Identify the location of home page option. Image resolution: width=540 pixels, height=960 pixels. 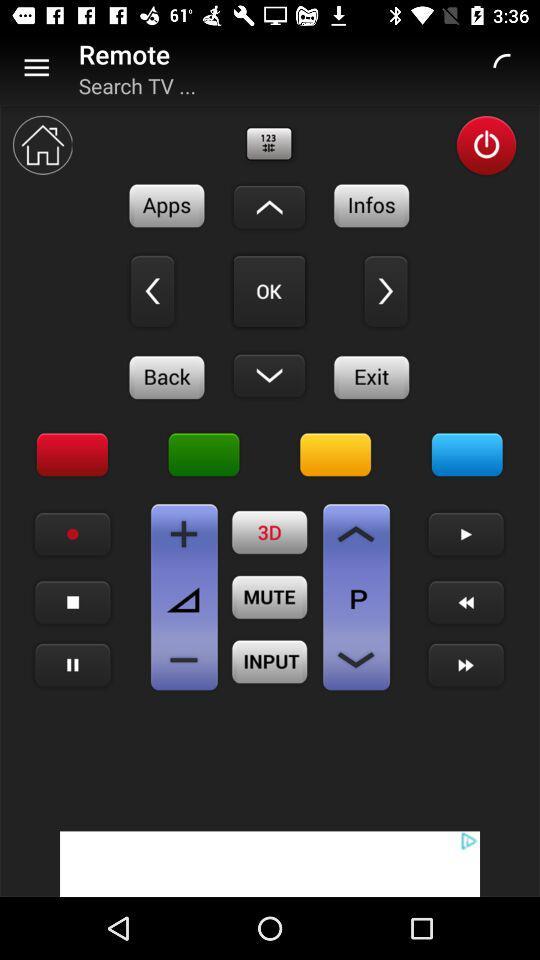
(42, 144).